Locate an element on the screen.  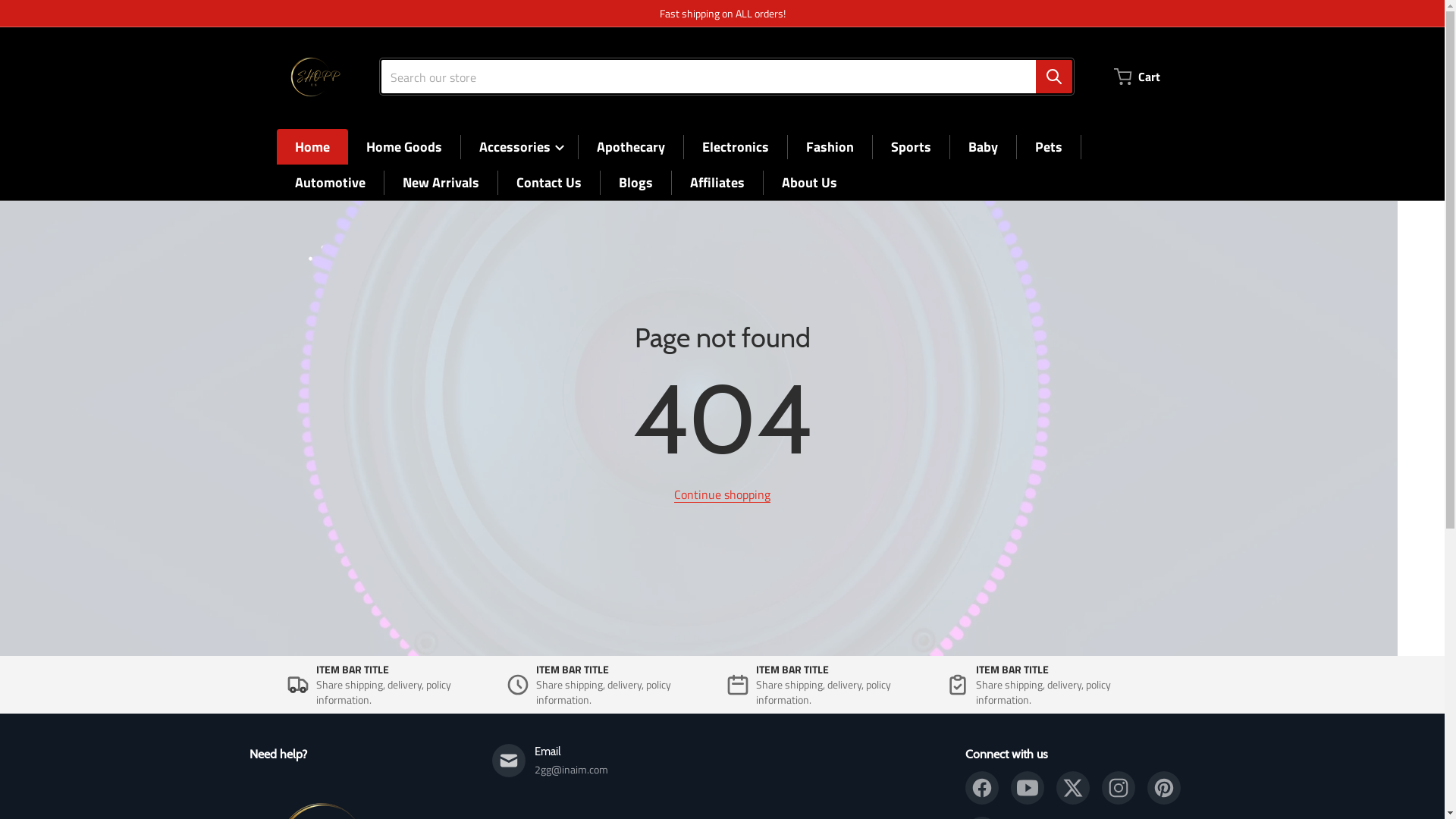
'New Arrivals' is located at coordinates (439, 181).